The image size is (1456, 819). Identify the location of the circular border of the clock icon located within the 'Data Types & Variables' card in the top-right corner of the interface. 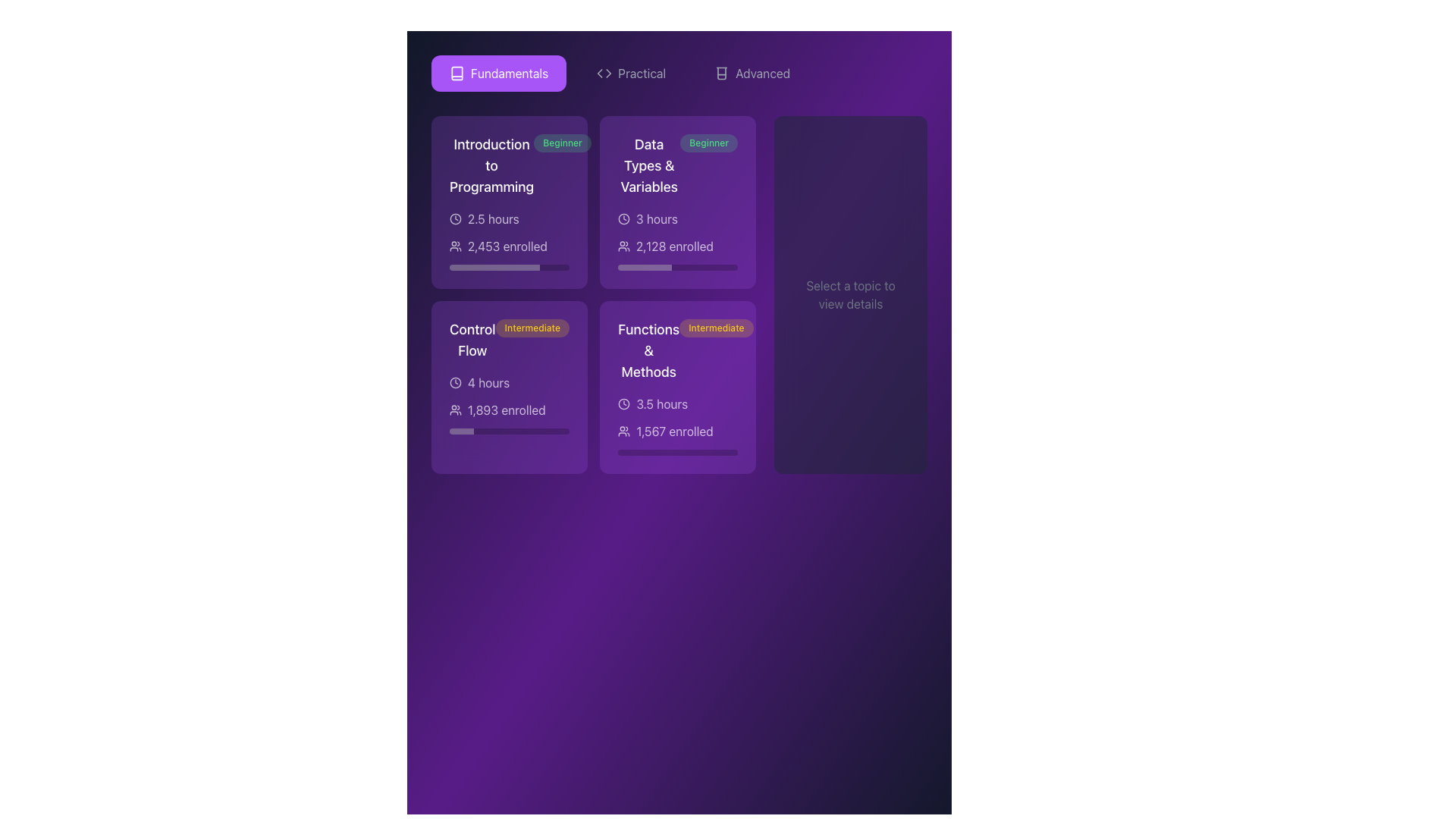
(623, 219).